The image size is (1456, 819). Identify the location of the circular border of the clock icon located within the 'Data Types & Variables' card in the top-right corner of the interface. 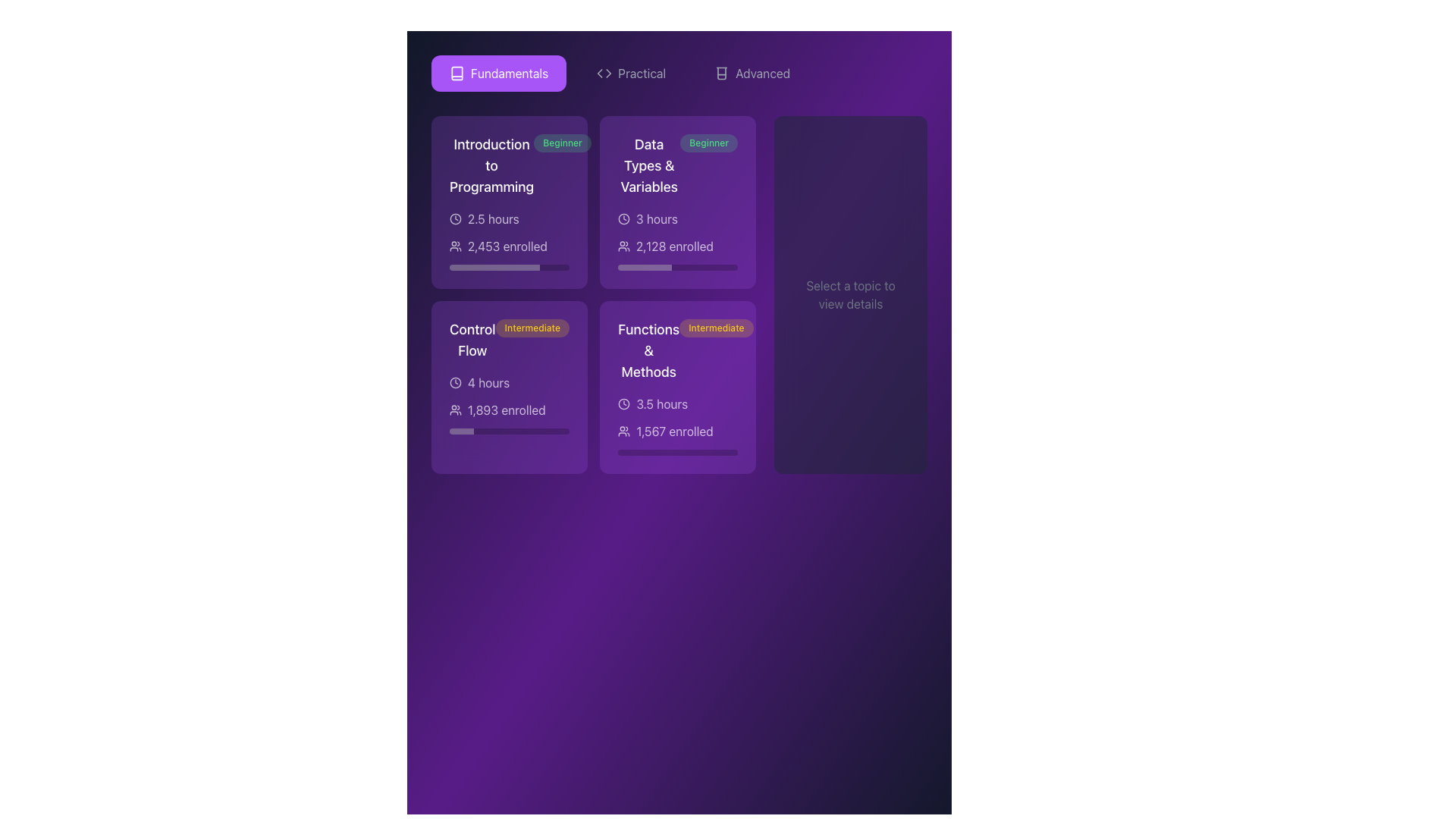
(623, 219).